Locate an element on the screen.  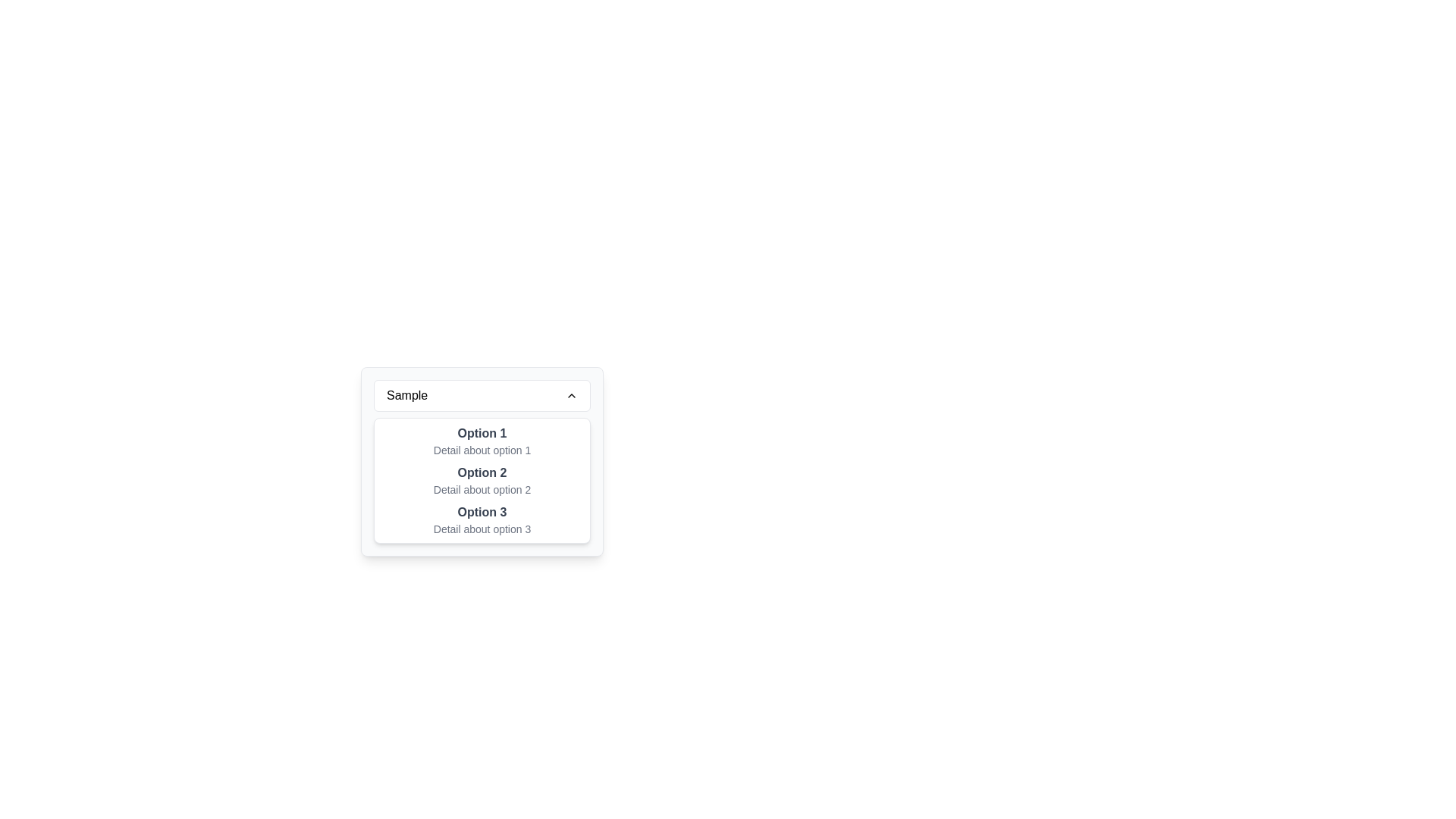
the selectable list item displaying 'Option 2' with a subtitle 'Detail about option 2' is located at coordinates (481, 480).